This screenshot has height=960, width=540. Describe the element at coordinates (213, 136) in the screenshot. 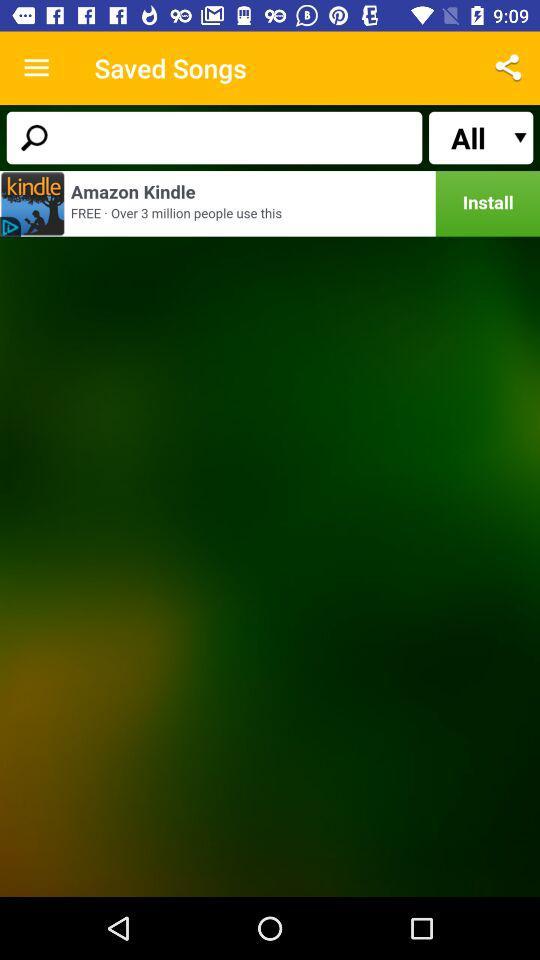

I see `search bar` at that location.